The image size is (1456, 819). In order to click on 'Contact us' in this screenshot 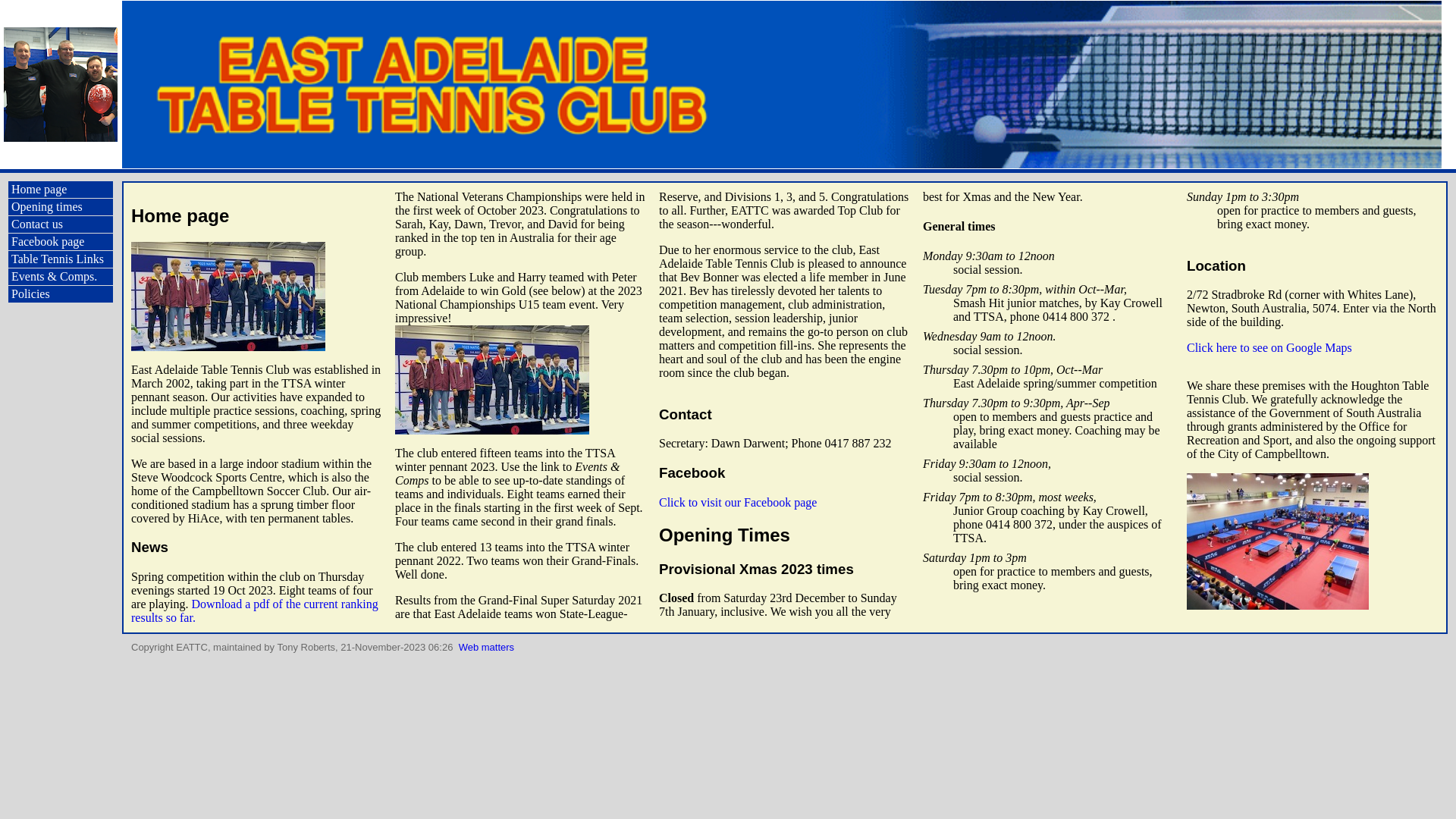, I will do `click(61, 224)`.